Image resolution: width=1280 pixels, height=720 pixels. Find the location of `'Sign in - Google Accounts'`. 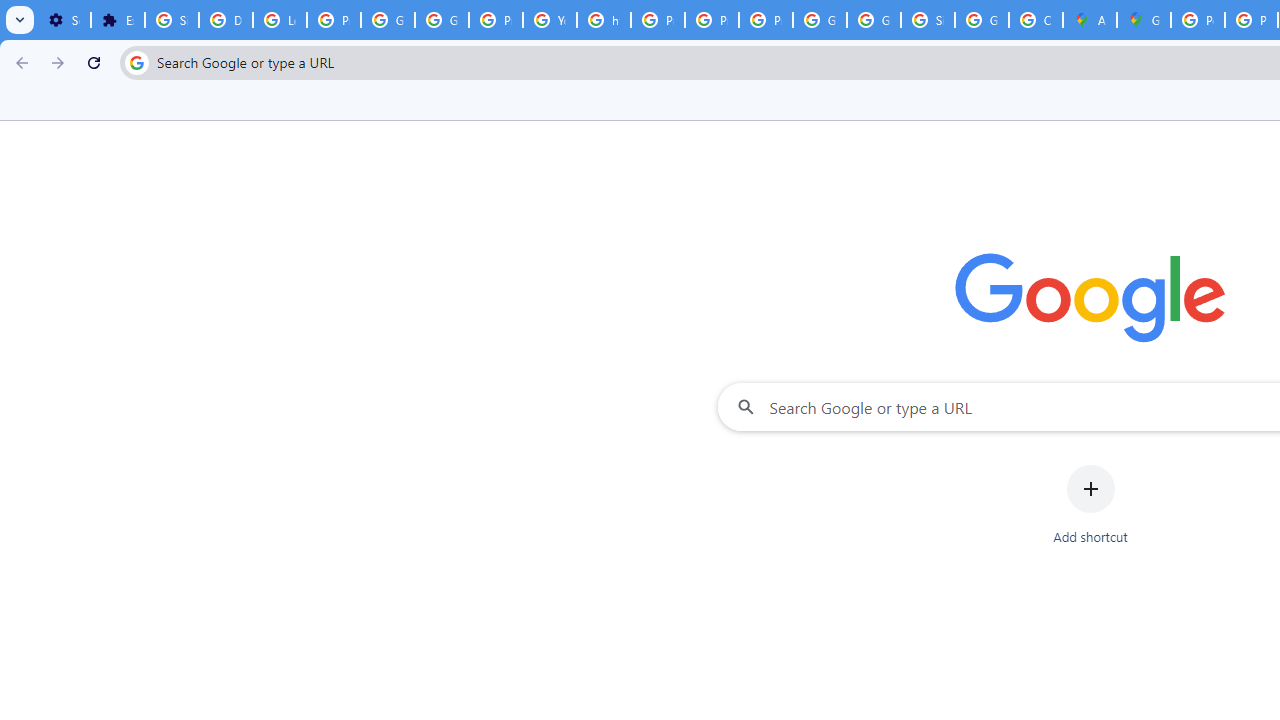

'Sign in - Google Accounts' is located at coordinates (927, 20).